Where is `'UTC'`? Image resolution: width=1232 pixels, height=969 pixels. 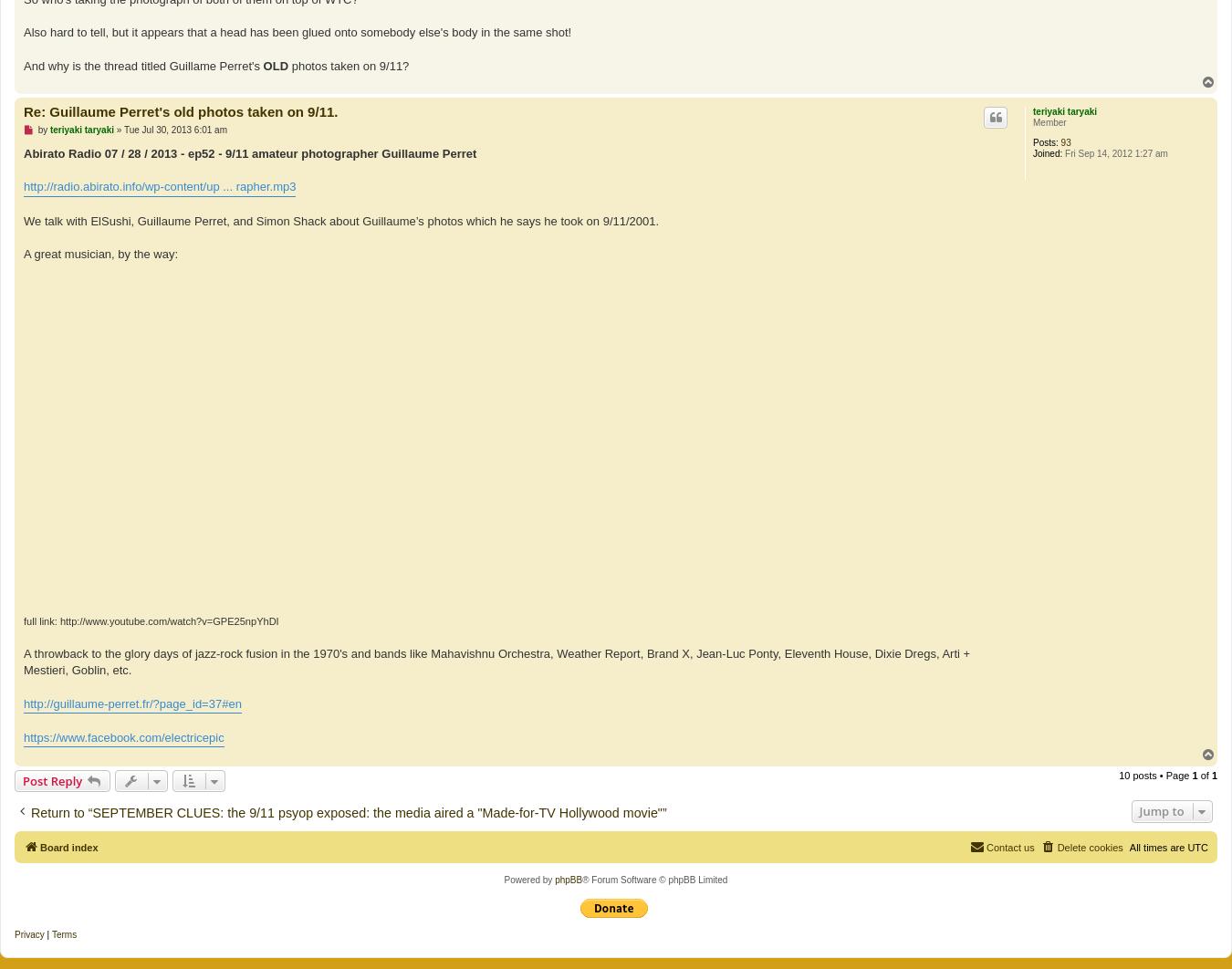 'UTC' is located at coordinates (1197, 845).